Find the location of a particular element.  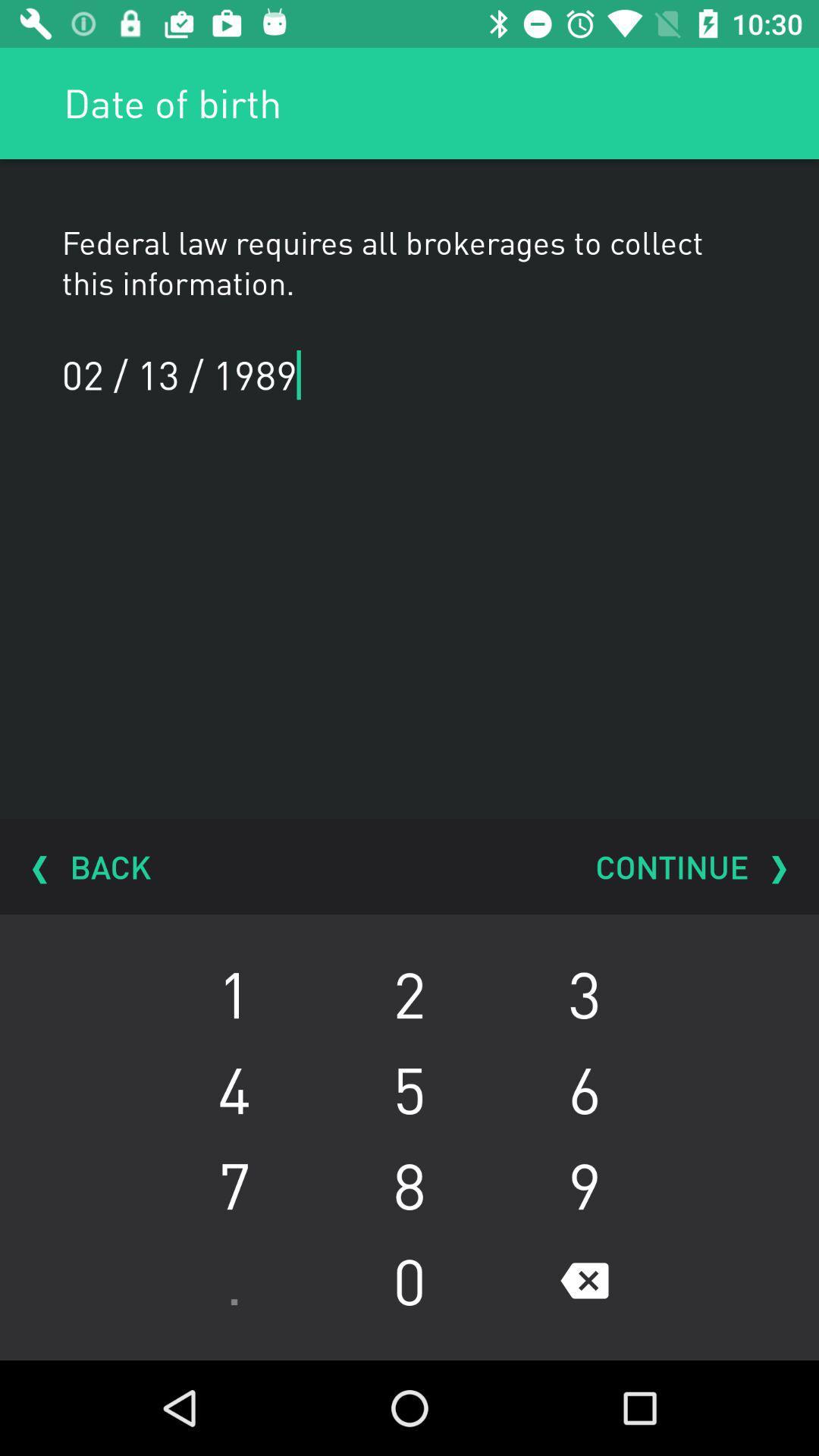

the icon below the 7 icon is located at coordinates (409, 1280).